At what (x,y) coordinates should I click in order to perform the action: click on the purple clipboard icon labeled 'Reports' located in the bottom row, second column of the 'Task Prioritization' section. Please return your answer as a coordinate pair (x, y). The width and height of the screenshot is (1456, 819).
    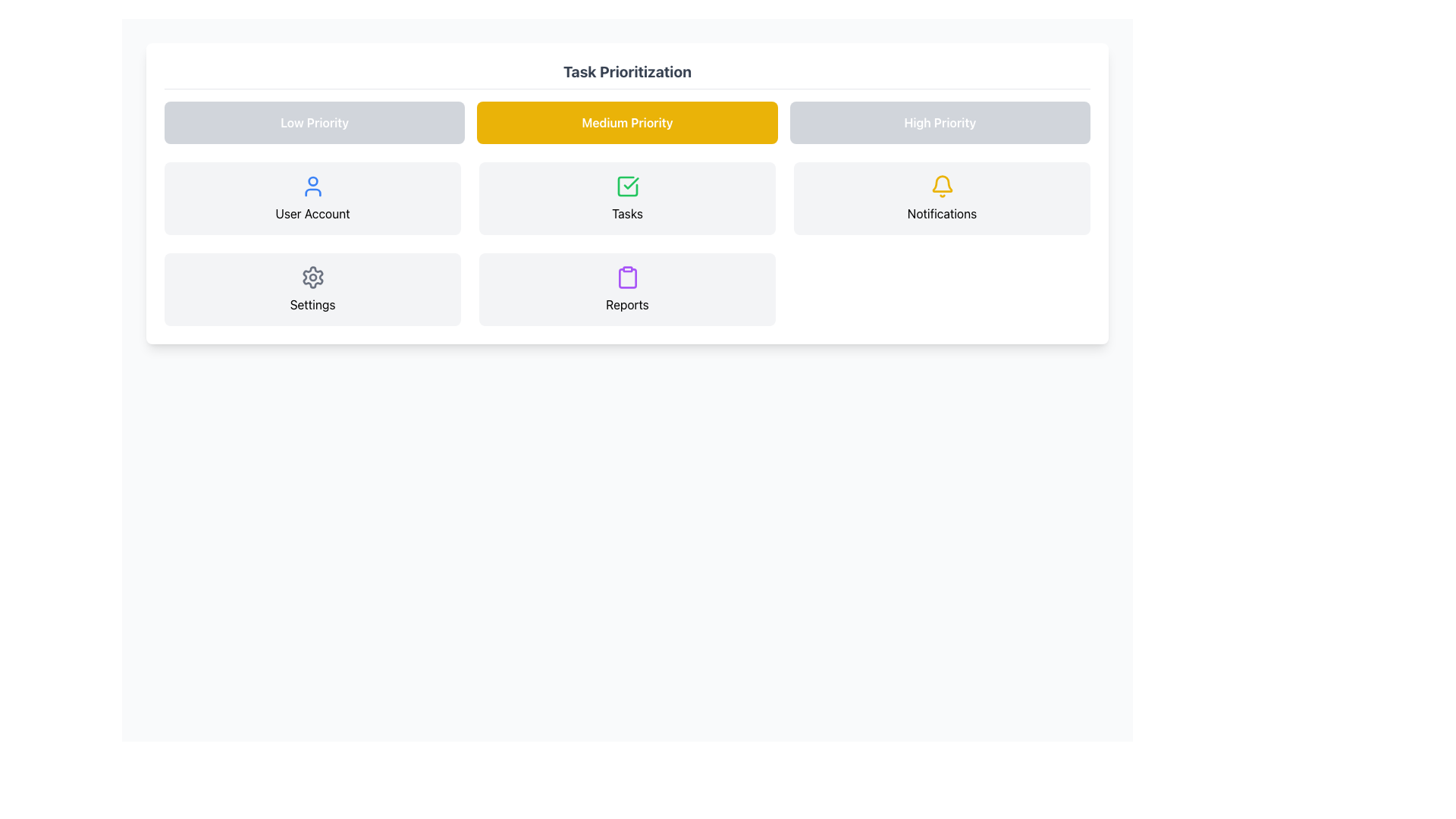
    Looking at the image, I should click on (627, 278).